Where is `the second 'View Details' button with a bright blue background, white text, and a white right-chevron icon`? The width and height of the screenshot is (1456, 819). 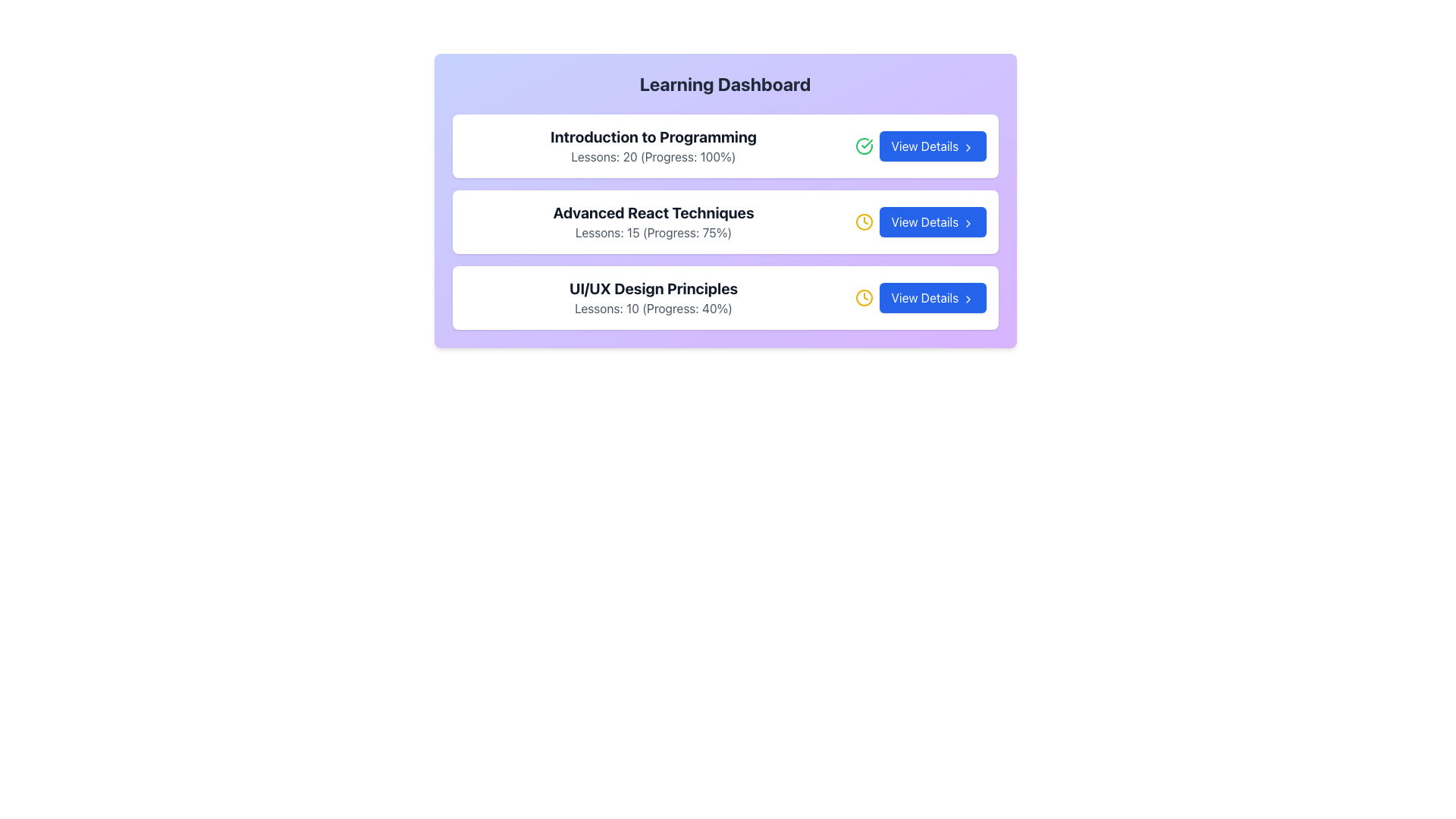 the second 'View Details' button with a bright blue background, white text, and a white right-chevron icon is located at coordinates (920, 222).